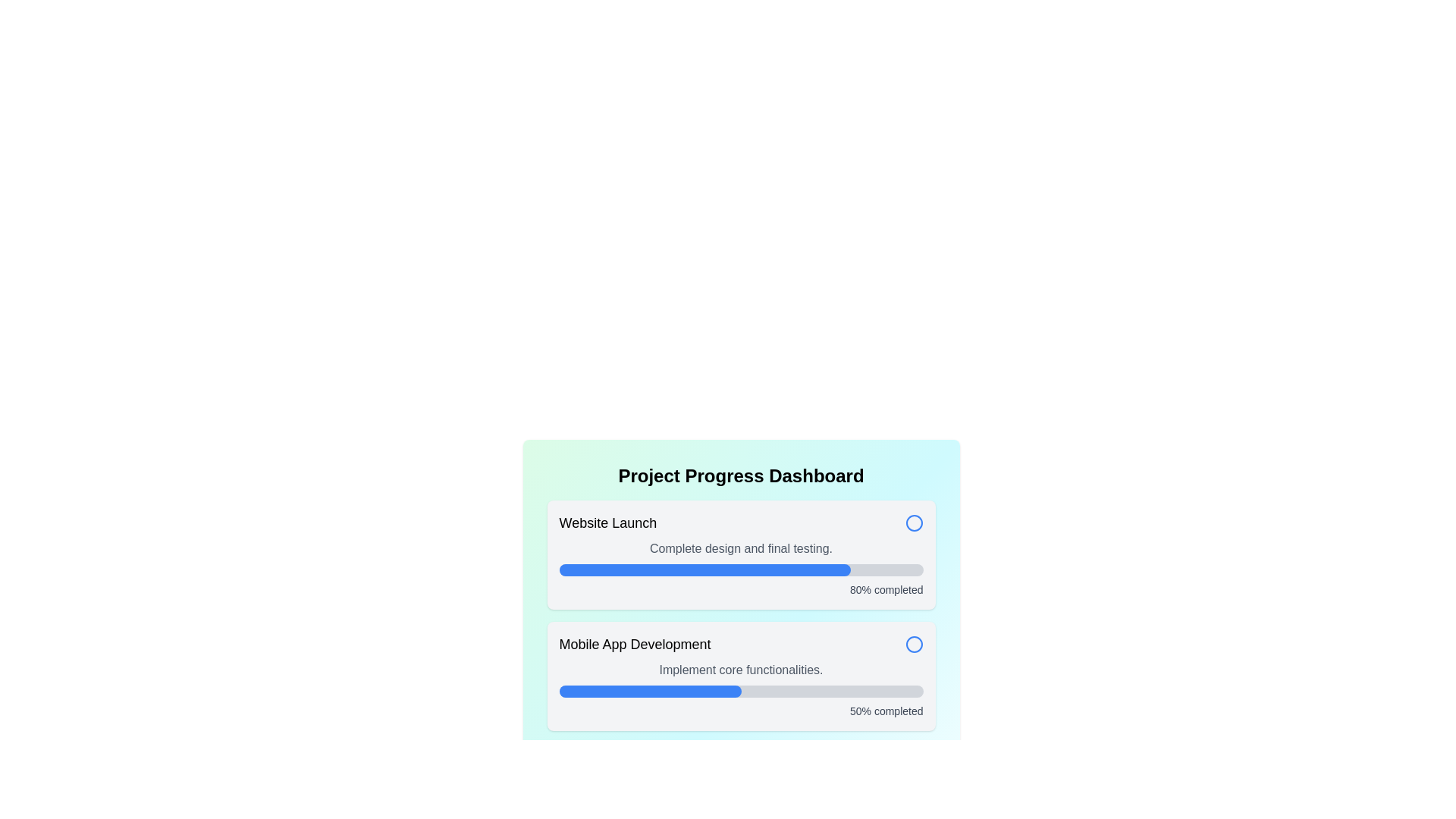 The width and height of the screenshot is (1456, 819). Describe the element at coordinates (741, 691) in the screenshot. I see `the progress bar located in the 'Mobile App Development' section, which has a gray background and a blue section indicating 50% progress` at that location.